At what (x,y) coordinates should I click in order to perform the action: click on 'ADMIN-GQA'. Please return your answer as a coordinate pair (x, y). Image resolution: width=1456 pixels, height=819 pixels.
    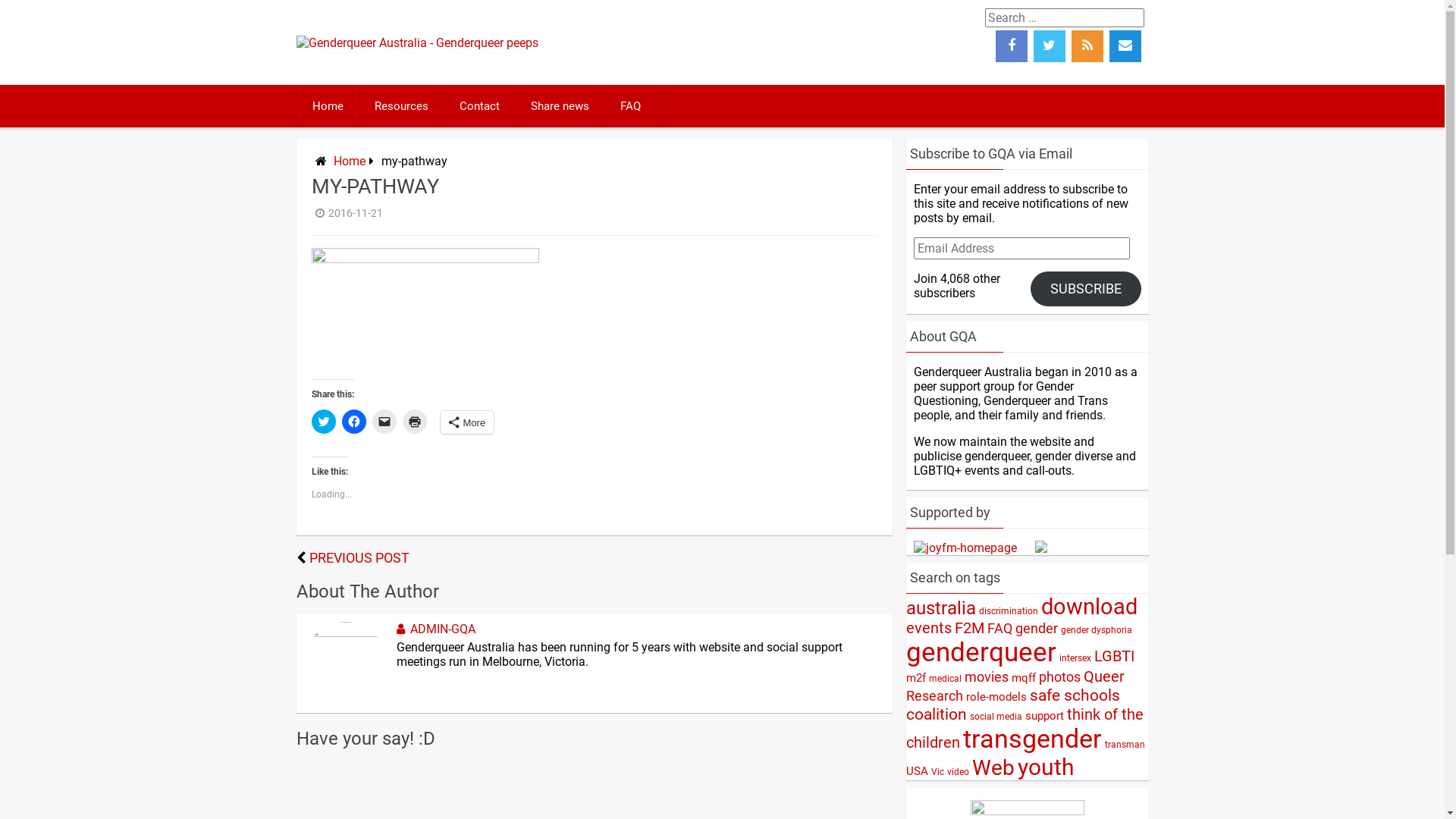
    Looking at the image, I should click on (432, 629).